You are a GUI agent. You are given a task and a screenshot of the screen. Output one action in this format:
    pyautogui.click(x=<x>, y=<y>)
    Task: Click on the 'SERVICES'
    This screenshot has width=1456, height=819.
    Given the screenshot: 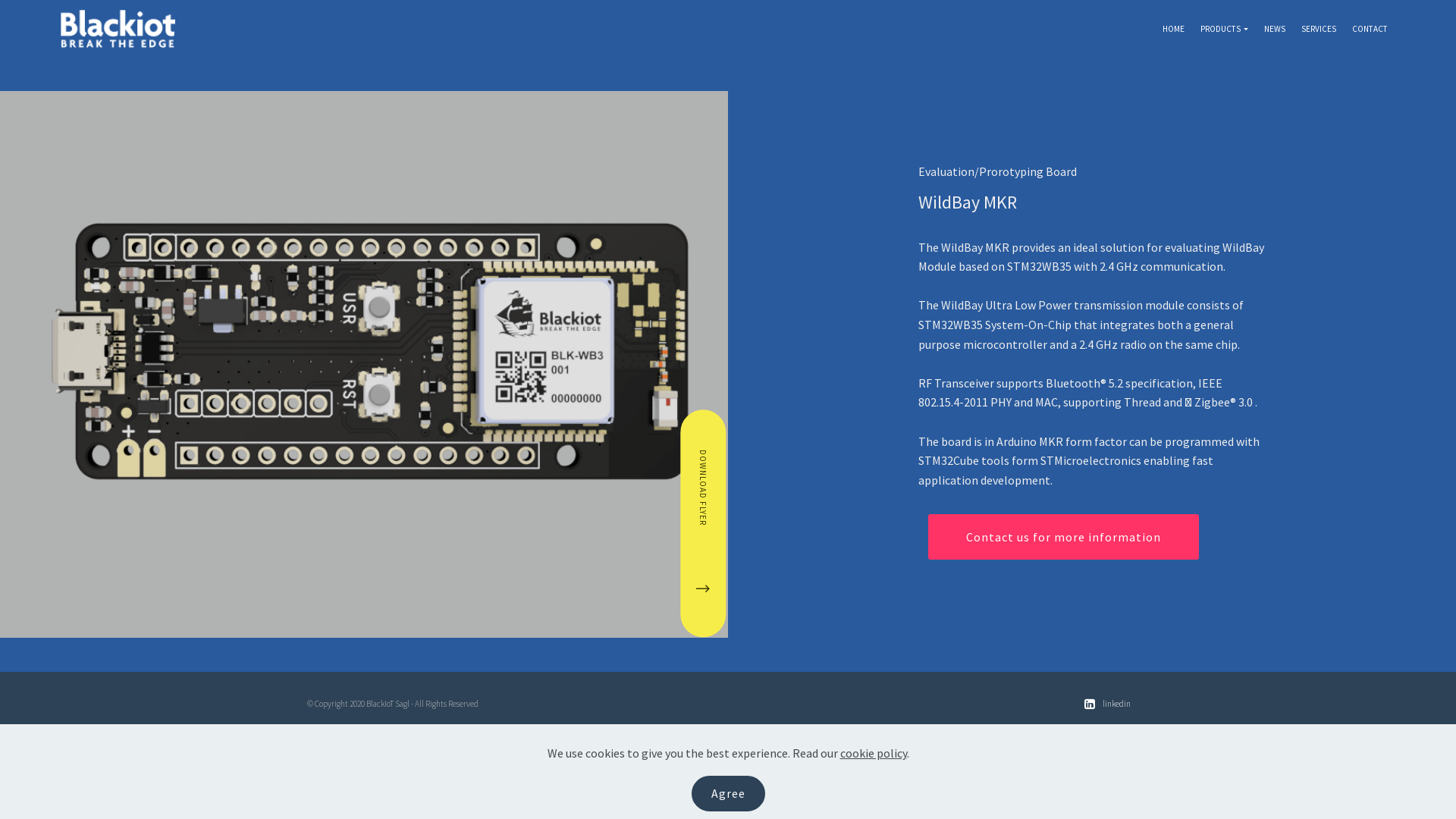 What is the action you would take?
    pyautogui.click(x=1301, y=29)
    